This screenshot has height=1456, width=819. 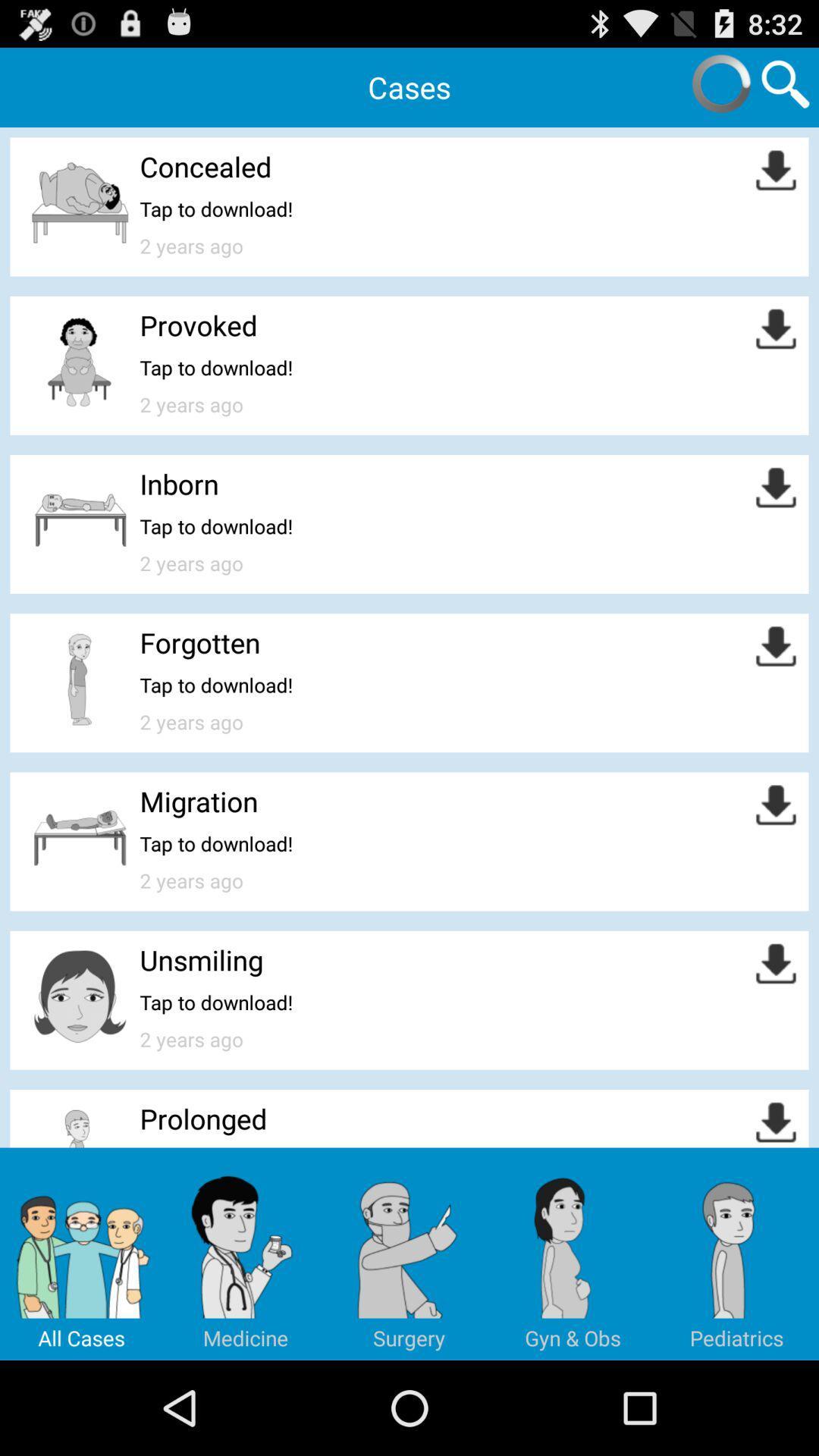 What do you see at coordinates (202, 1119) in the screenshot?
I see `the prolonged icon` at bounding box center [202, 1119].